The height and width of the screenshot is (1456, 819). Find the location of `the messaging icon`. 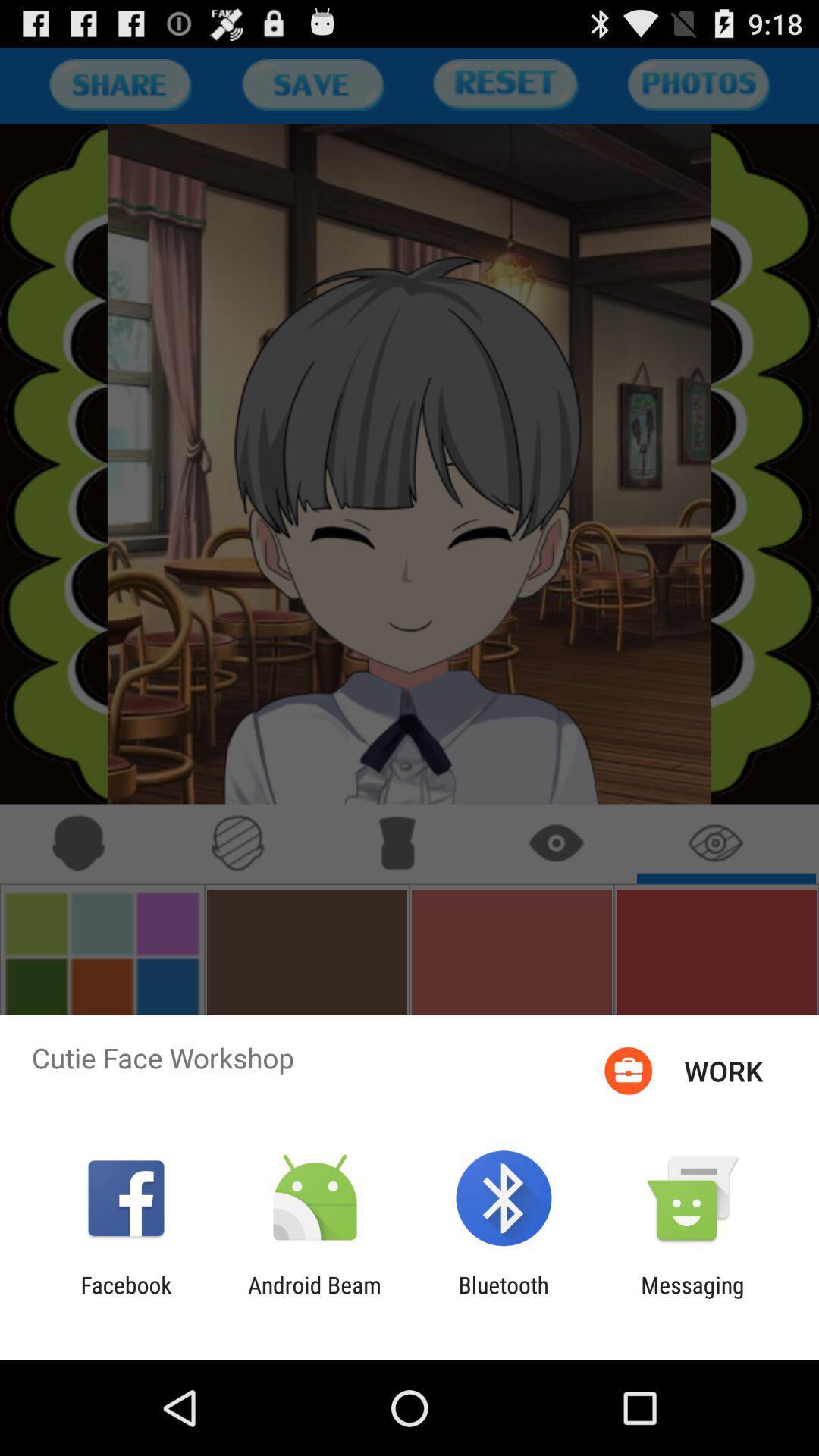

the messaging icon is located at coordinates (692, 1298).